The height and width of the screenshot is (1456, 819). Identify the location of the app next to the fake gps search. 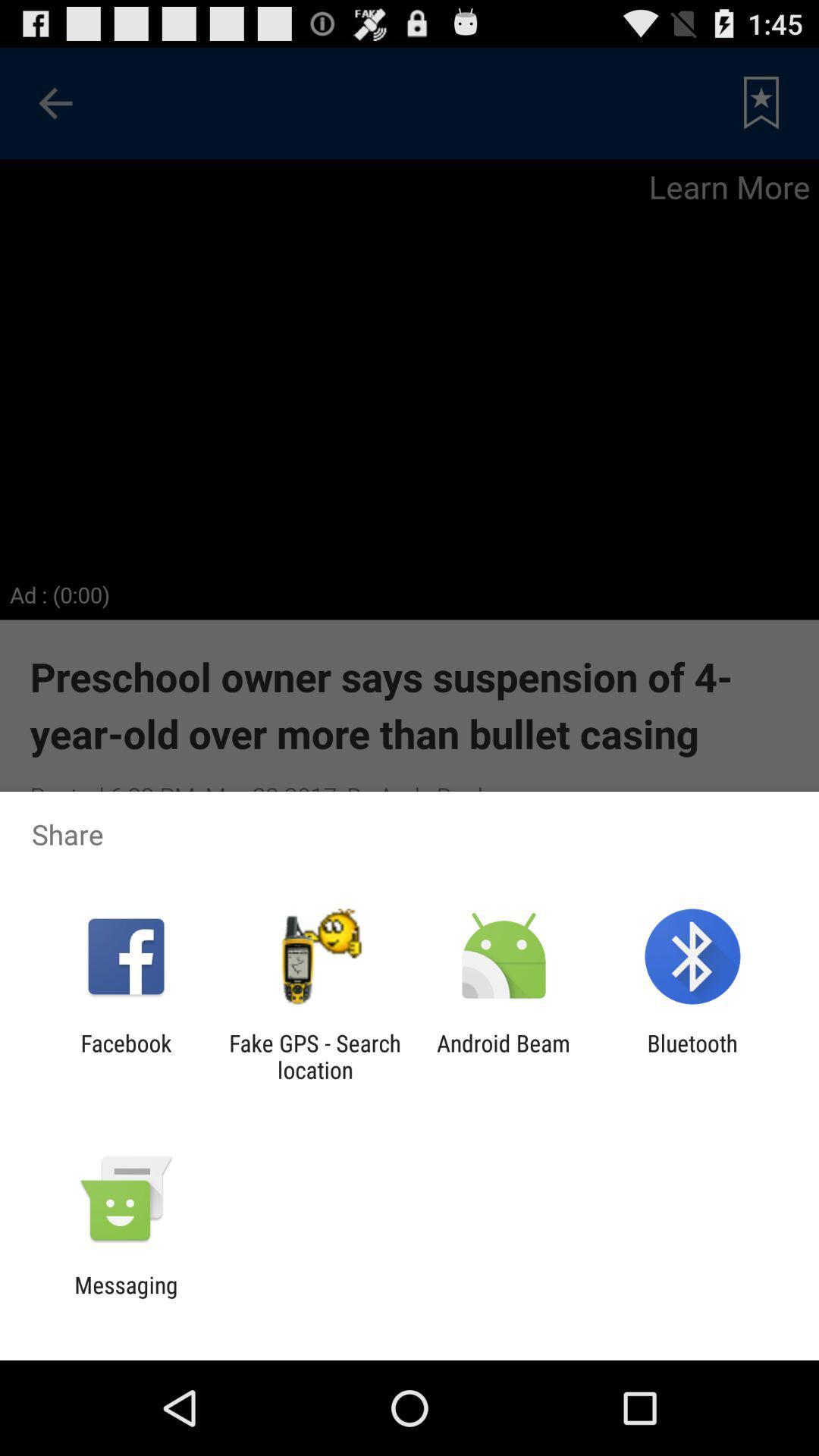
(125, 1056).